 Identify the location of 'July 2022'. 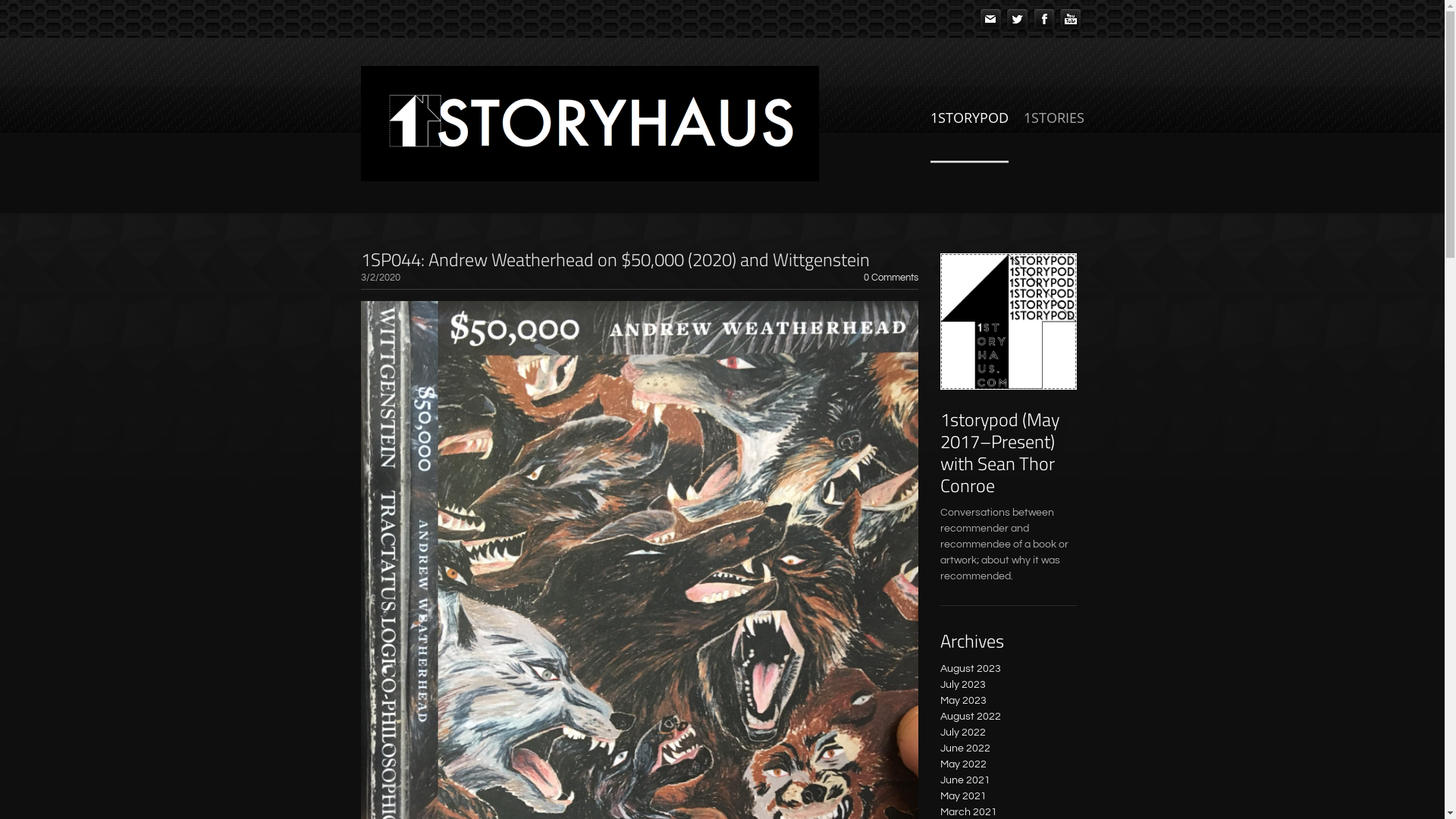
(962, 731).